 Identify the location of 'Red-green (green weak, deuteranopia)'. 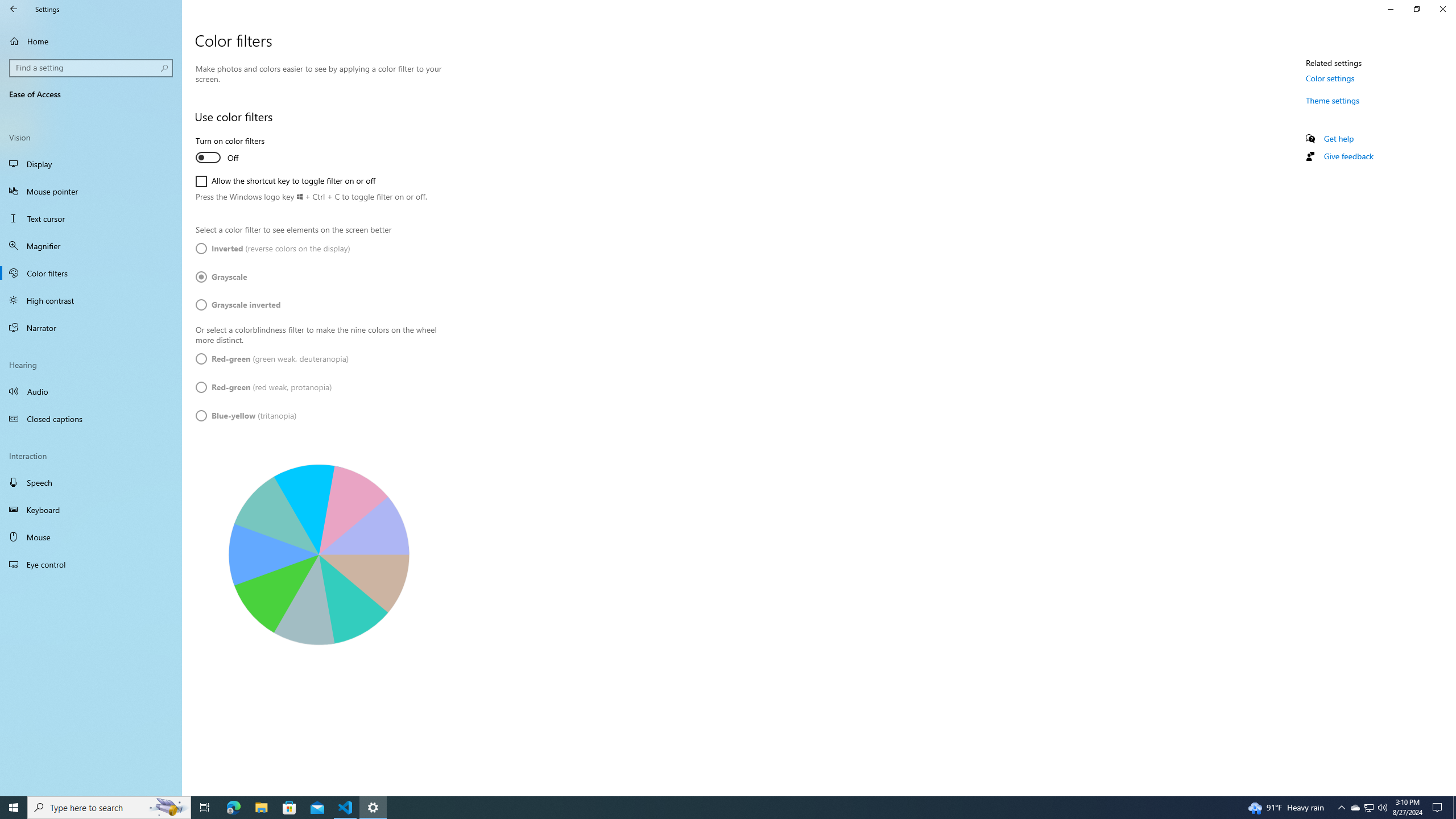
(271, 359).